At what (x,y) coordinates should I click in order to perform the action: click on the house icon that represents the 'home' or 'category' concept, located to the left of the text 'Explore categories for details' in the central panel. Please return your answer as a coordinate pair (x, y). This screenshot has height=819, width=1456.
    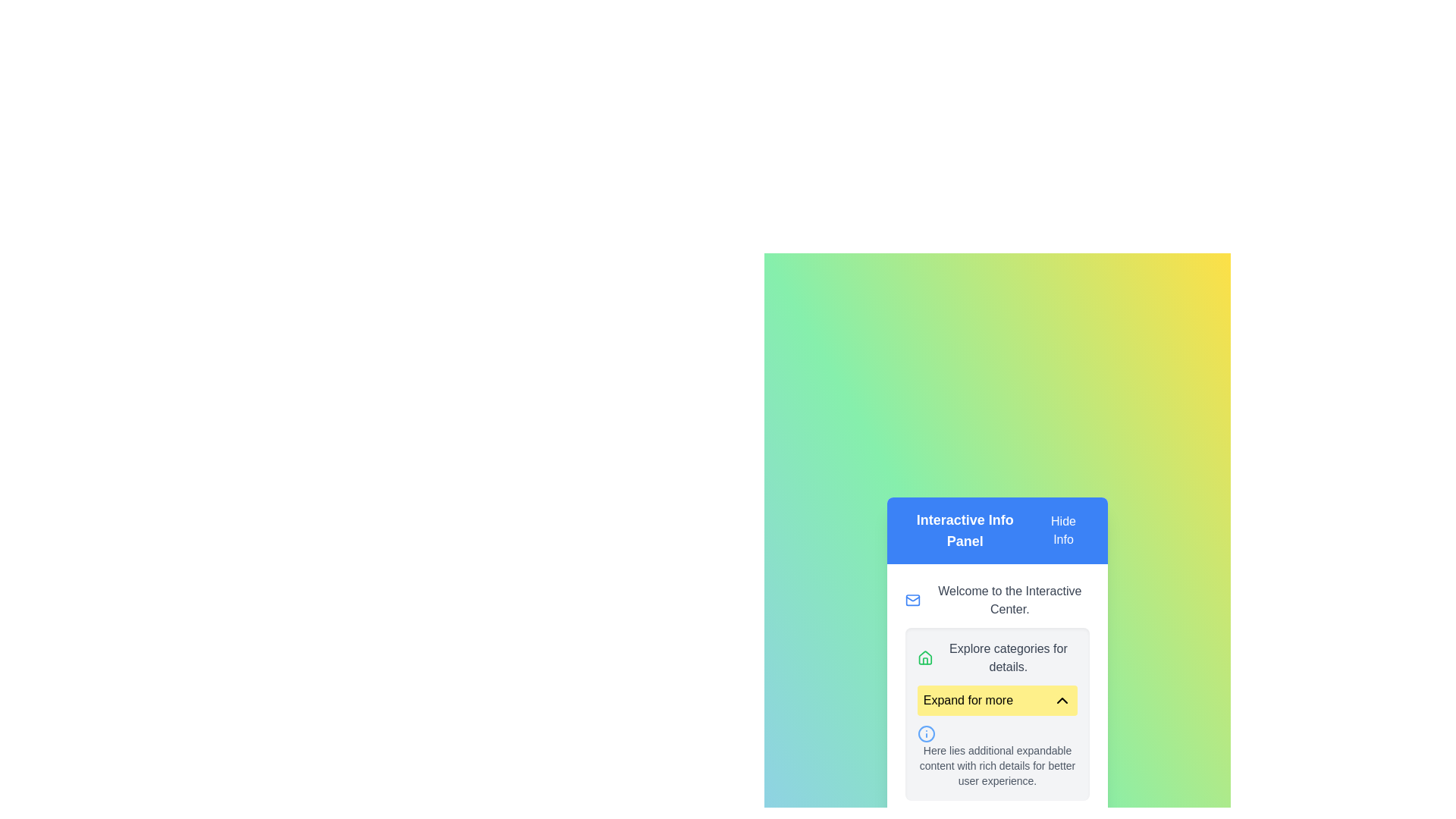
    Looking at the image, I should click on (924, 657).